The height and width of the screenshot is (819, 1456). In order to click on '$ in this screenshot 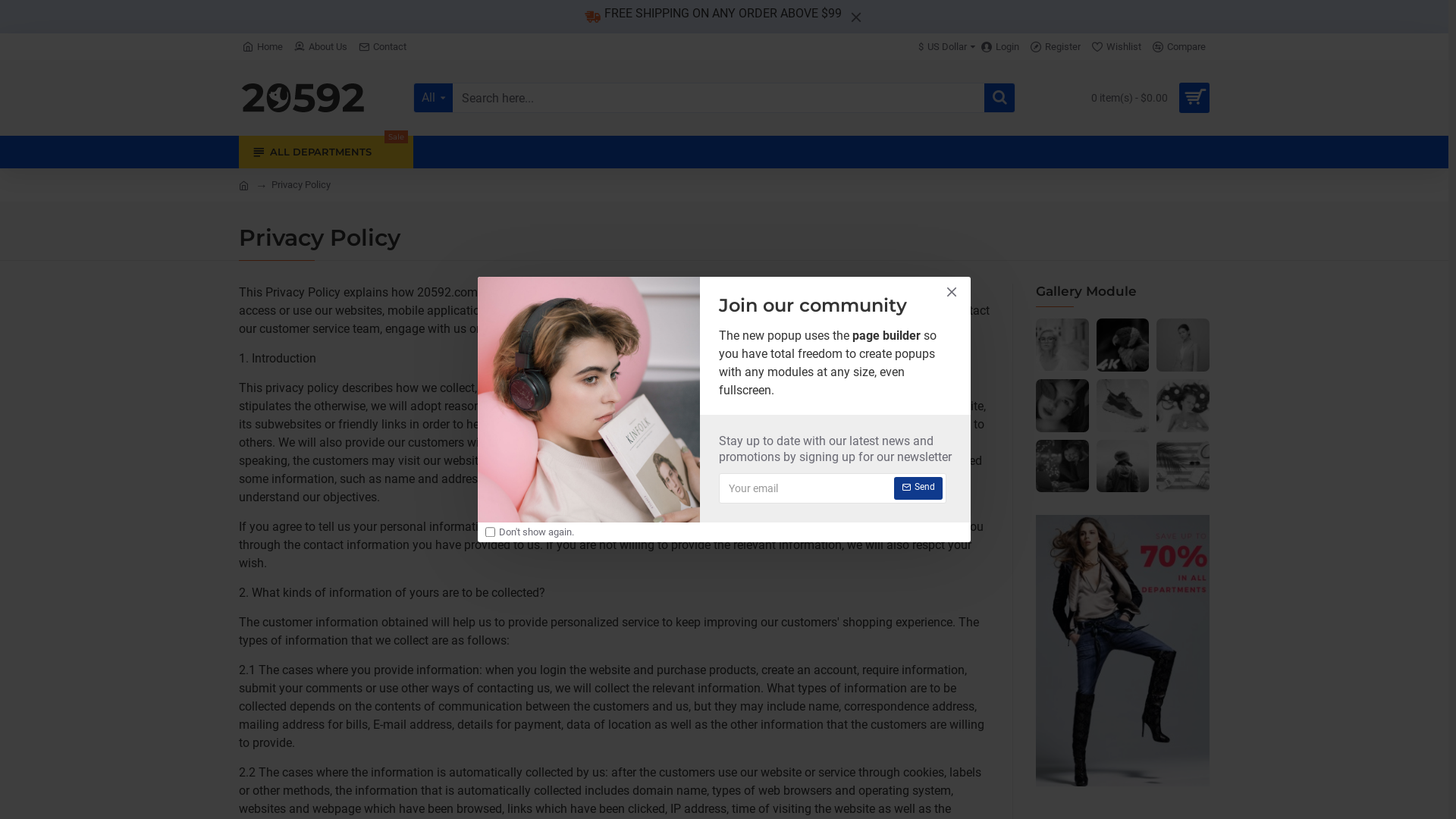, I will do `click(942, 45)`.